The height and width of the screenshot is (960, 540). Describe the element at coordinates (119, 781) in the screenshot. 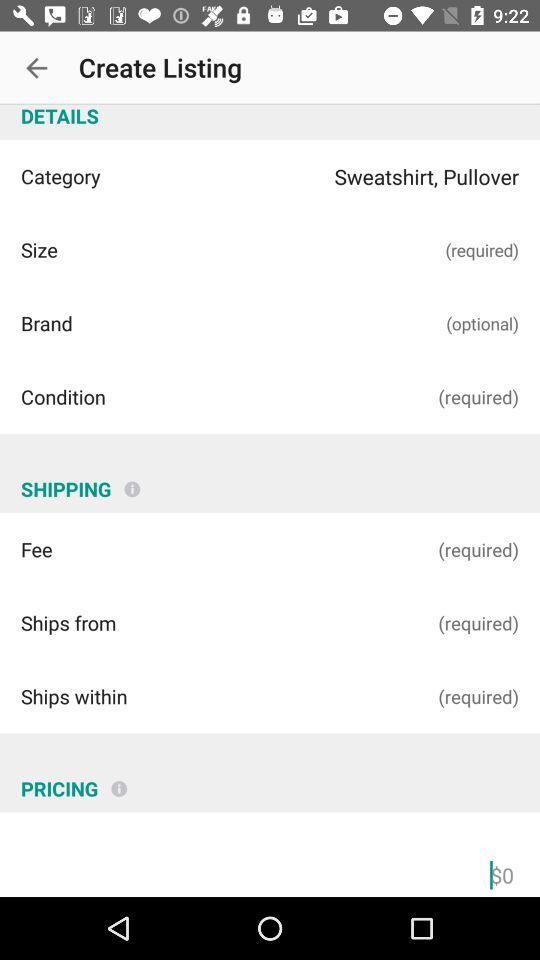

I see `icon below ships within item` at that location.